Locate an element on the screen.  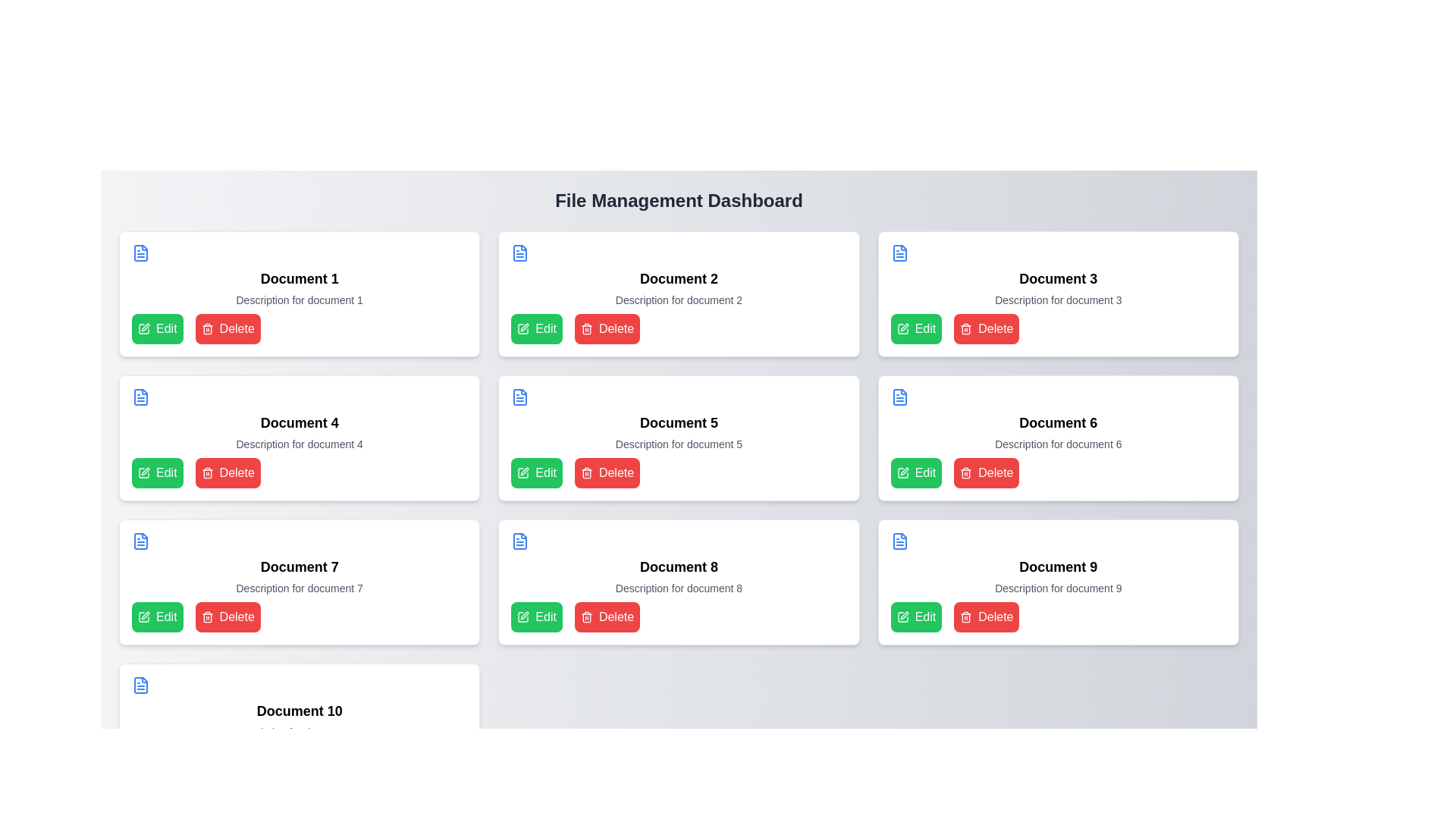
the blue file icon located in the top-left corner of the 'Document 3' card is located at coordinates (899, 253).